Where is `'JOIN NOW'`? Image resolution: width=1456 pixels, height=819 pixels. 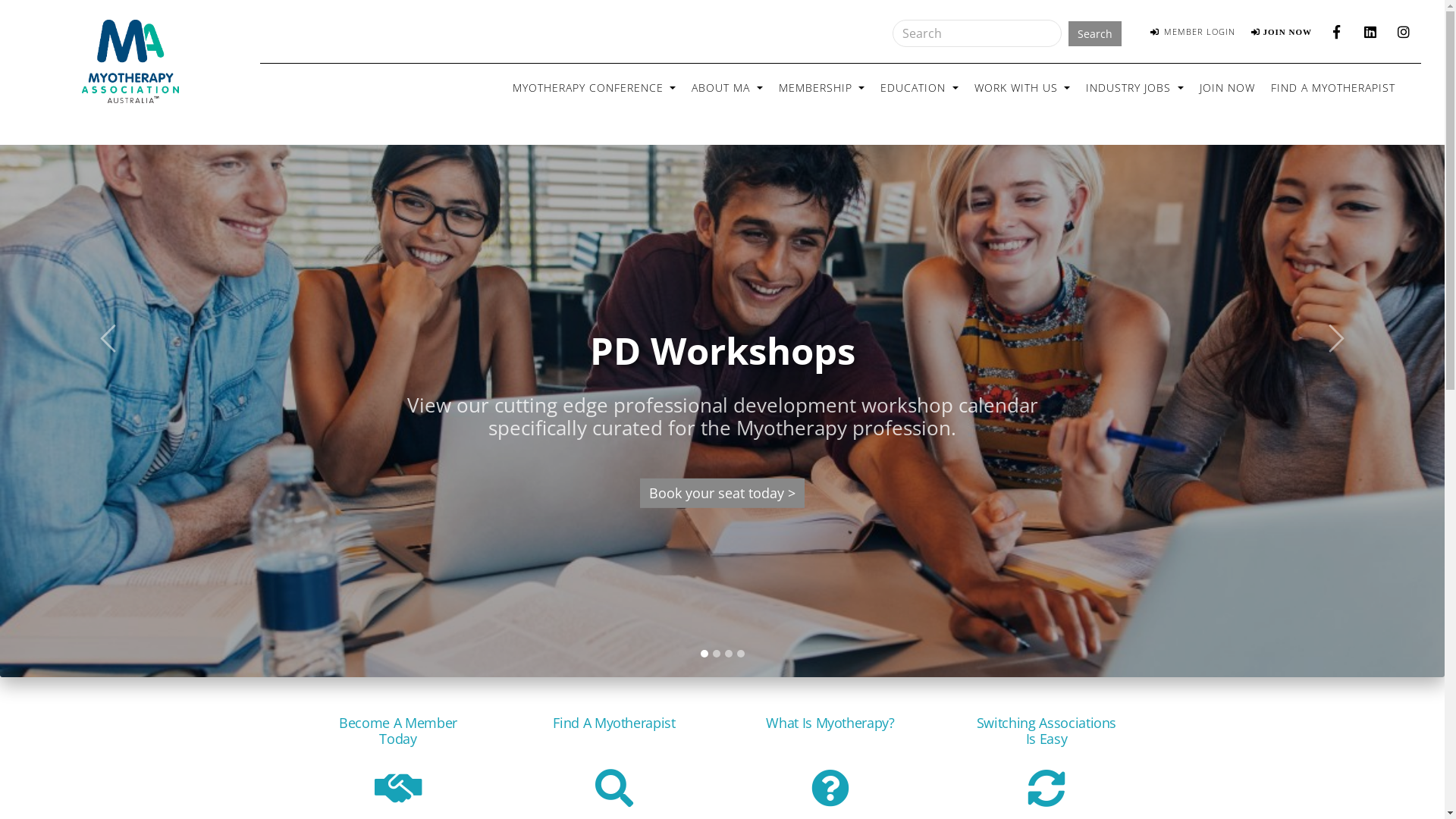
'JOIN NOW' is located at coordinates (1281, 32).